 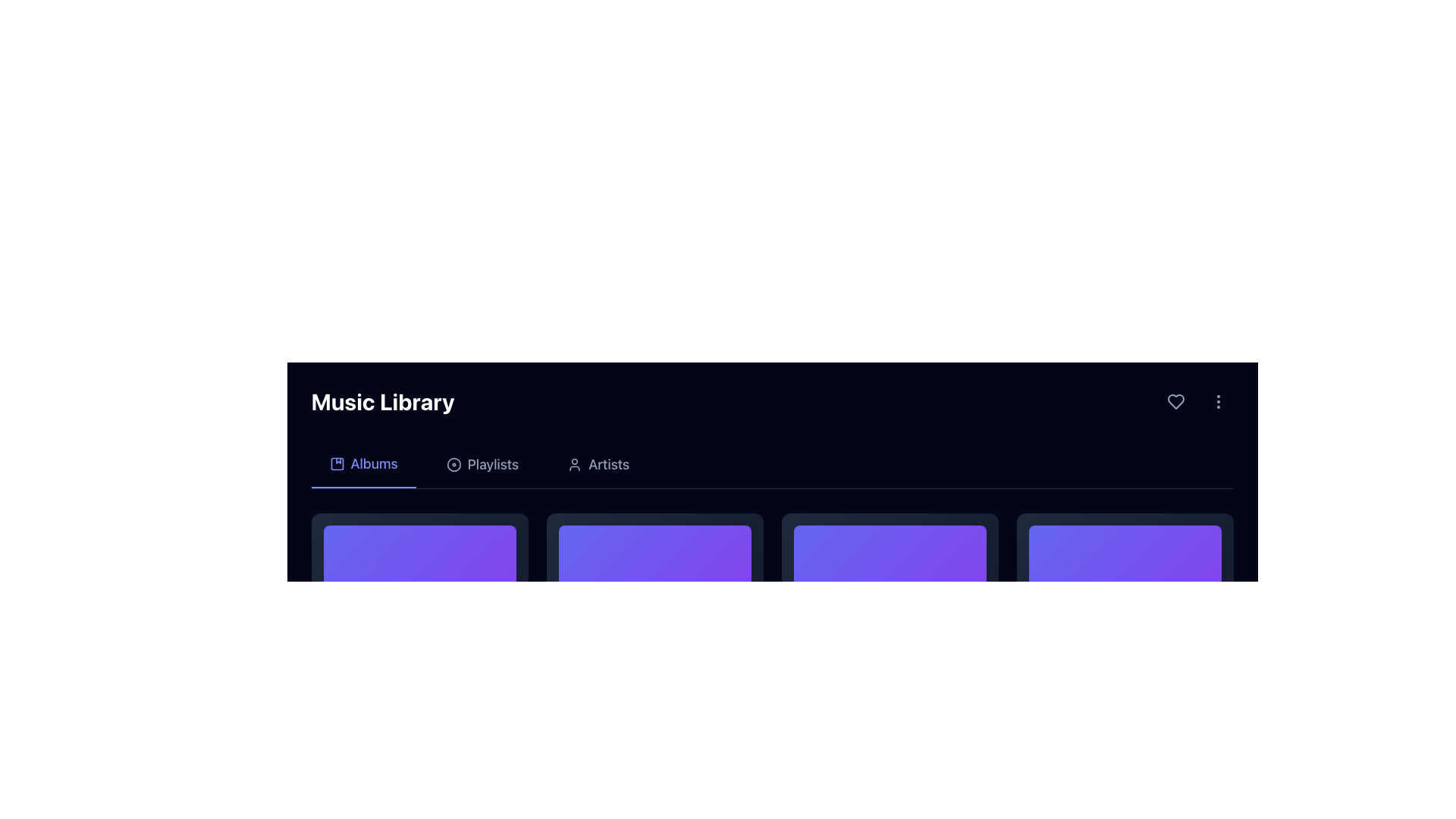 What do you see at coordinates (453, 464) in the screenshot?
I see `the larger circular SVG graphic located in the bottom-right section of the main layout, which serves as a decorative or functional part of the interface` at bounding box center [453, 464].